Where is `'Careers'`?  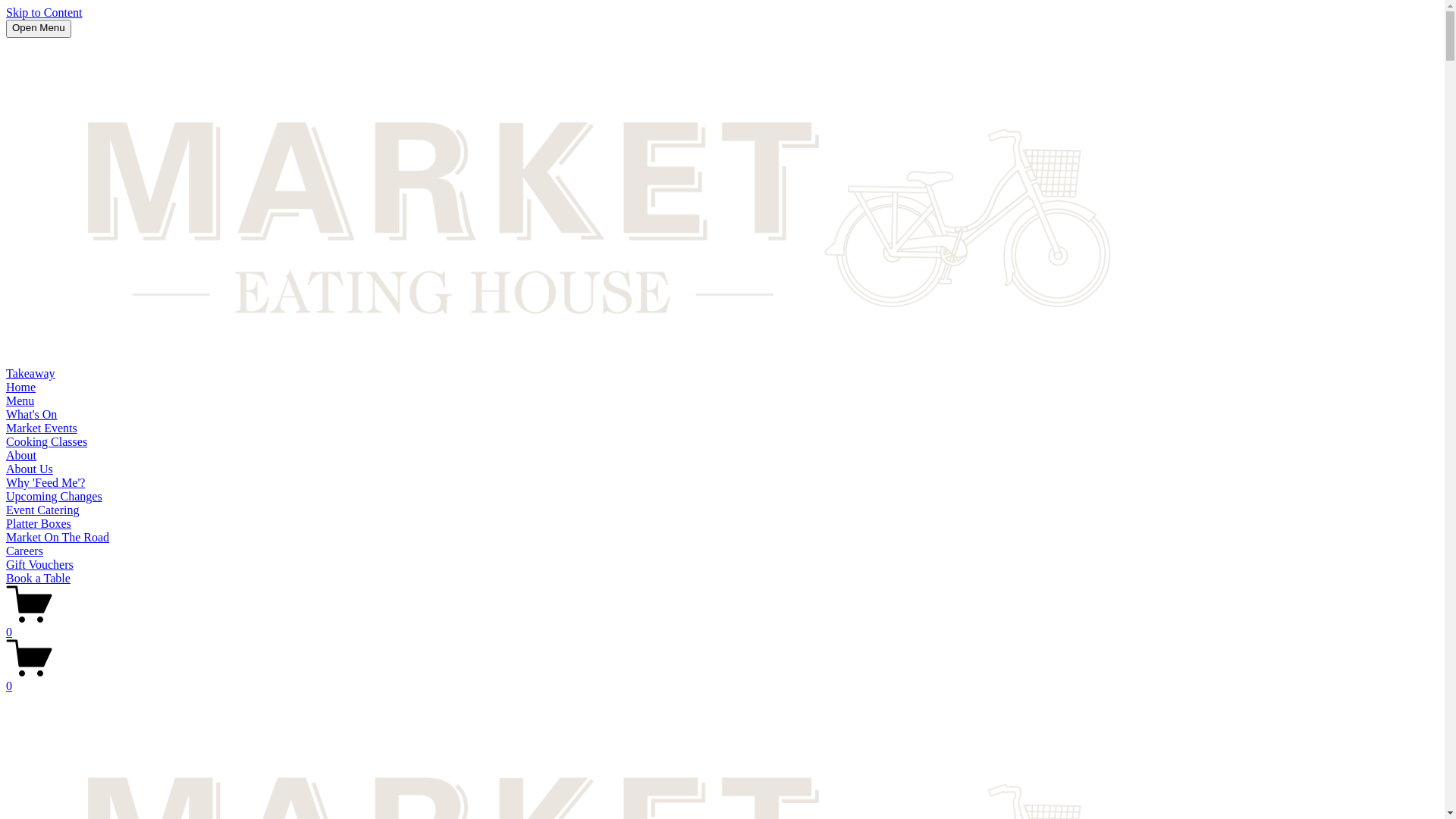
'Careers' is located at coordinates (24, 551).